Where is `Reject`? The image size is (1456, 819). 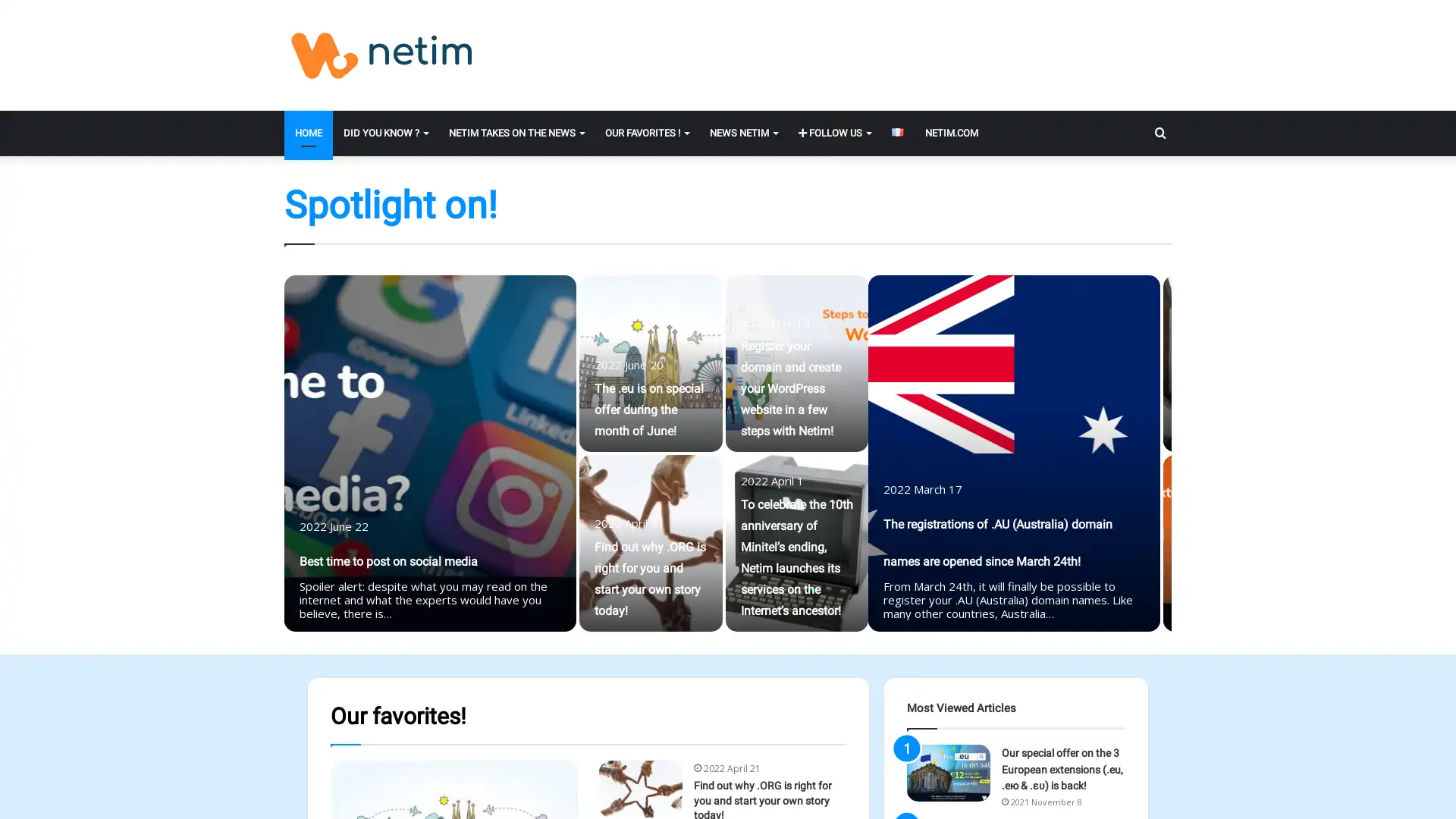 Reject is located at coordinates (1006, 795).